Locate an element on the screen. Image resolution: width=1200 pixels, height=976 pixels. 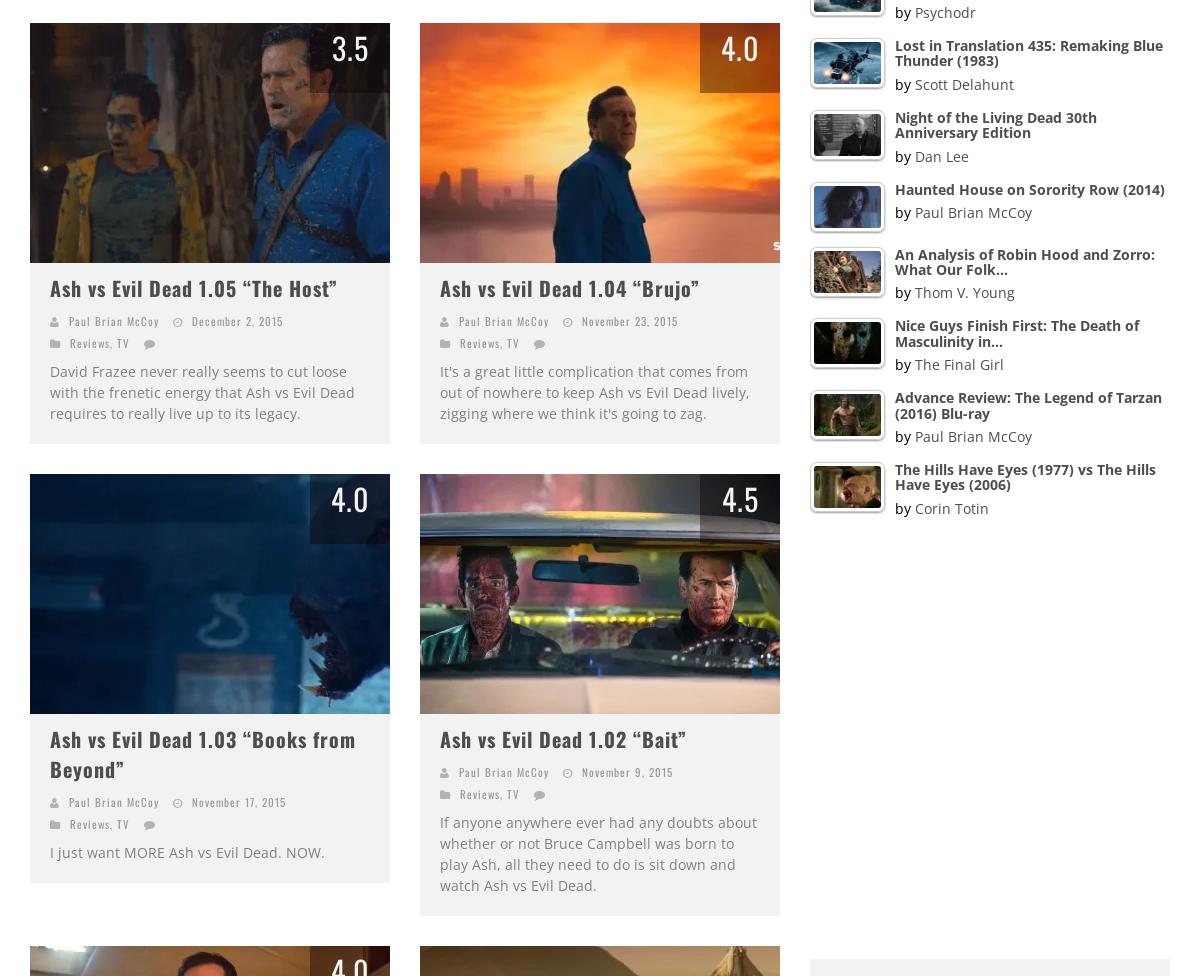
'An Analysis of Robin Hood and Zorro: What Our Folk…' is located at coordinates (1025, 260).